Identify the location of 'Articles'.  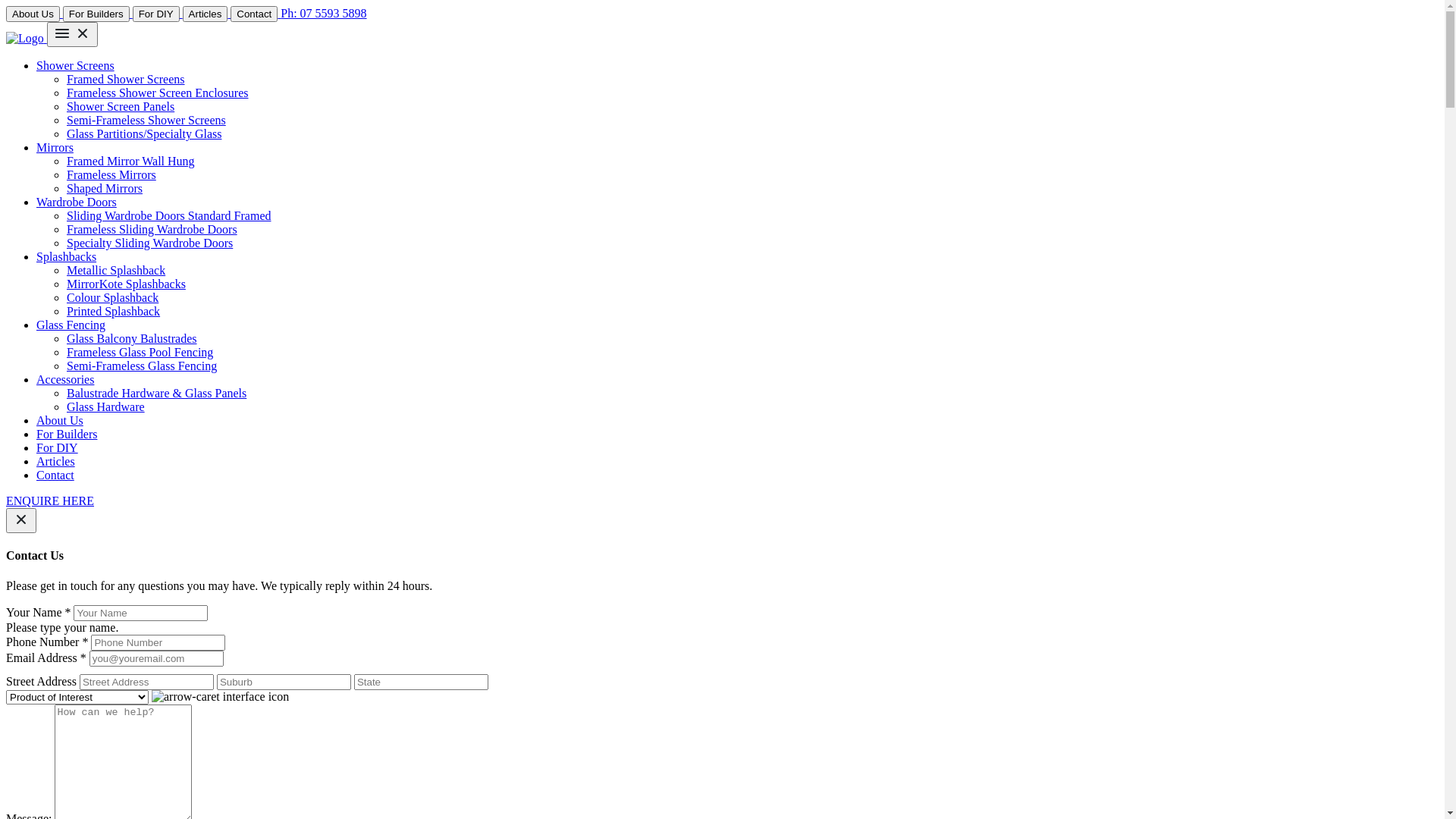
(204, 14).